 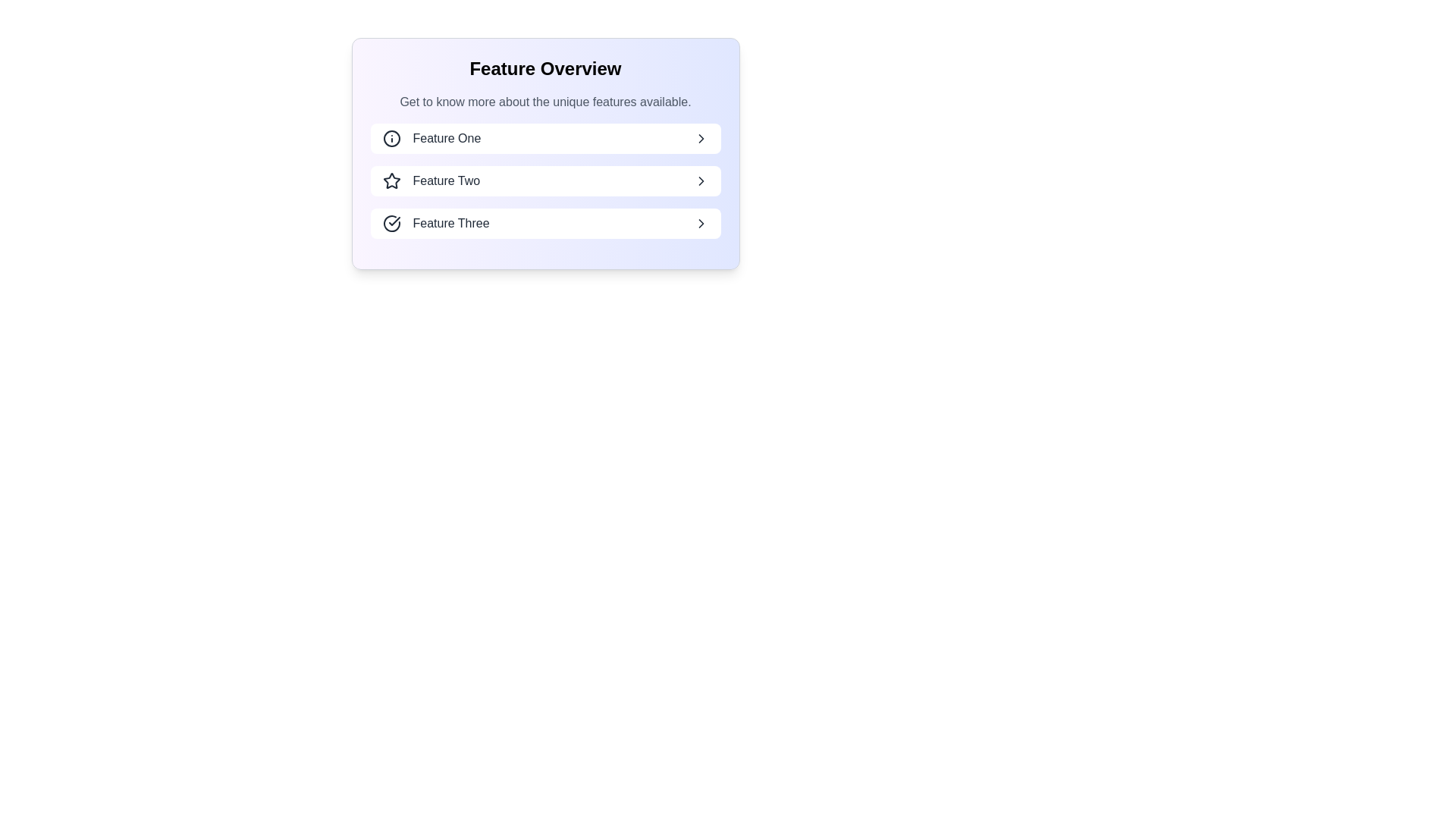 I want to click on the SVG circle within the information icon located to the left of the 'Feature One' text label in the 'Feature Overview' section, so click(x=391, y=138).